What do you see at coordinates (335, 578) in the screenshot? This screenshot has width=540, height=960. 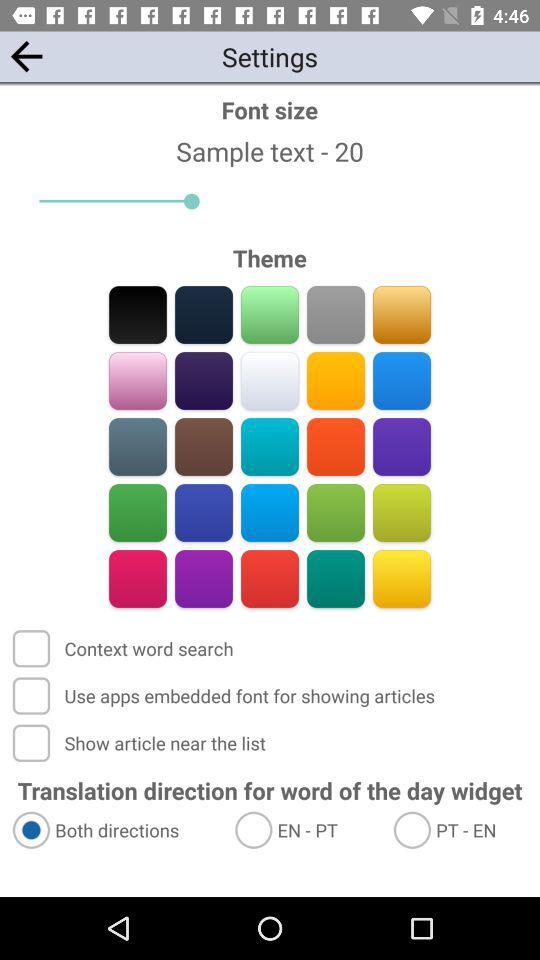 I see `theme color` at bounding box center [335, 578].